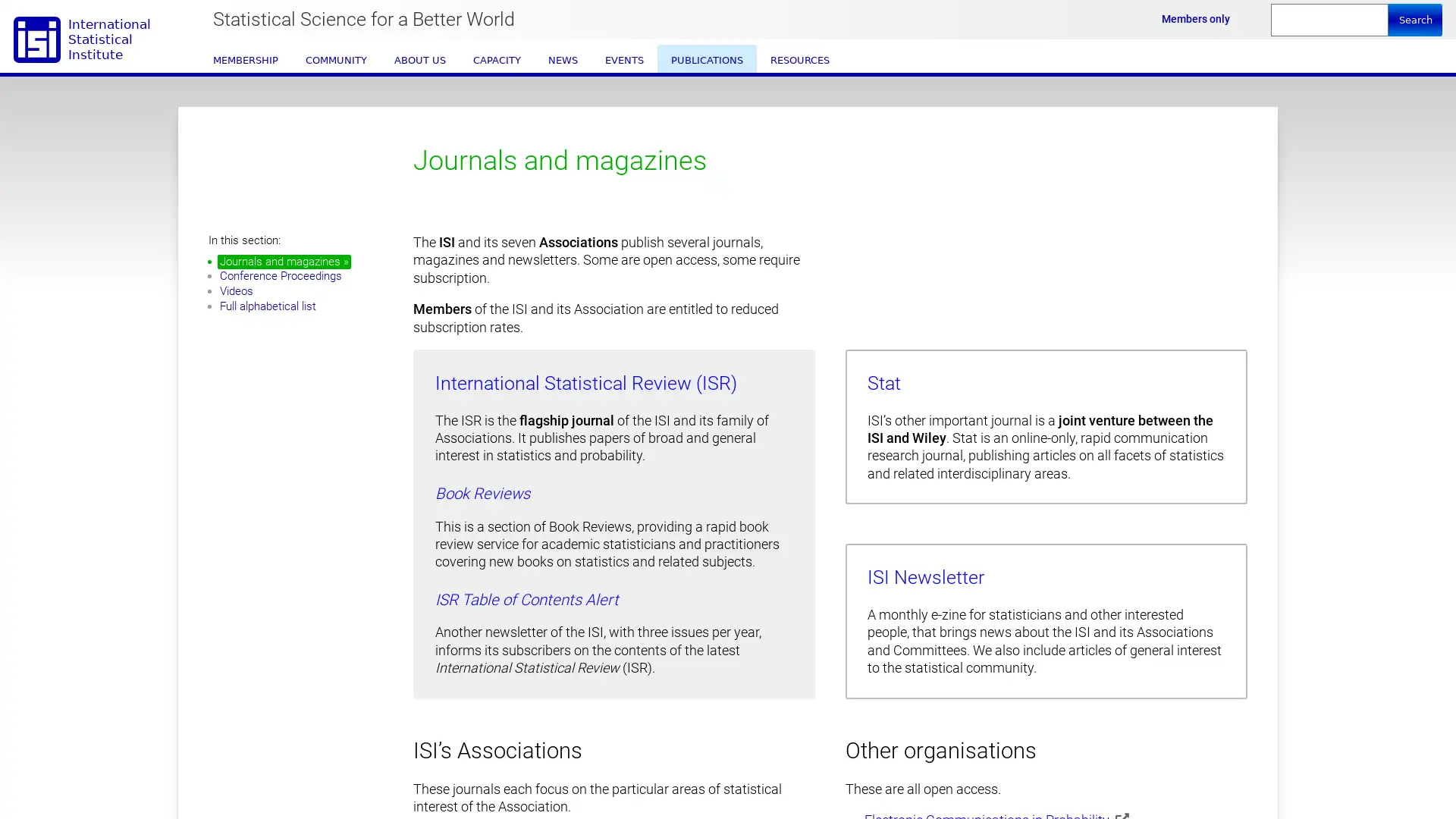 This screenshot has height=819, width=1456. I want to click on Search, so click(1414, 20).